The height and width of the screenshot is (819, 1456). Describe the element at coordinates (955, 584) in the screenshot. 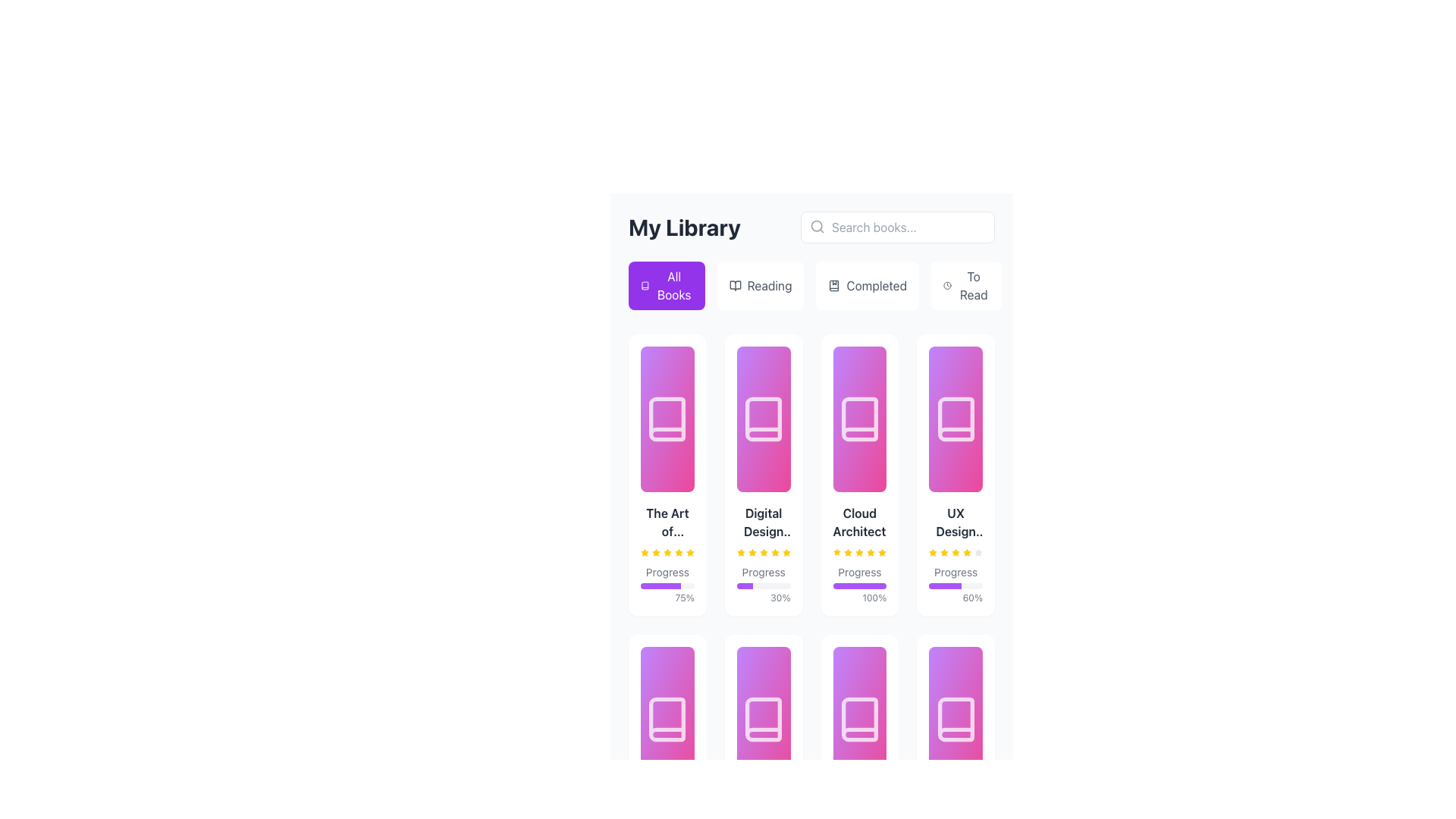

I see `the progress indicator labeled 'Progress' with a percentage of '60%' located in the card for 'UX Design Fundamentals'` at that location.